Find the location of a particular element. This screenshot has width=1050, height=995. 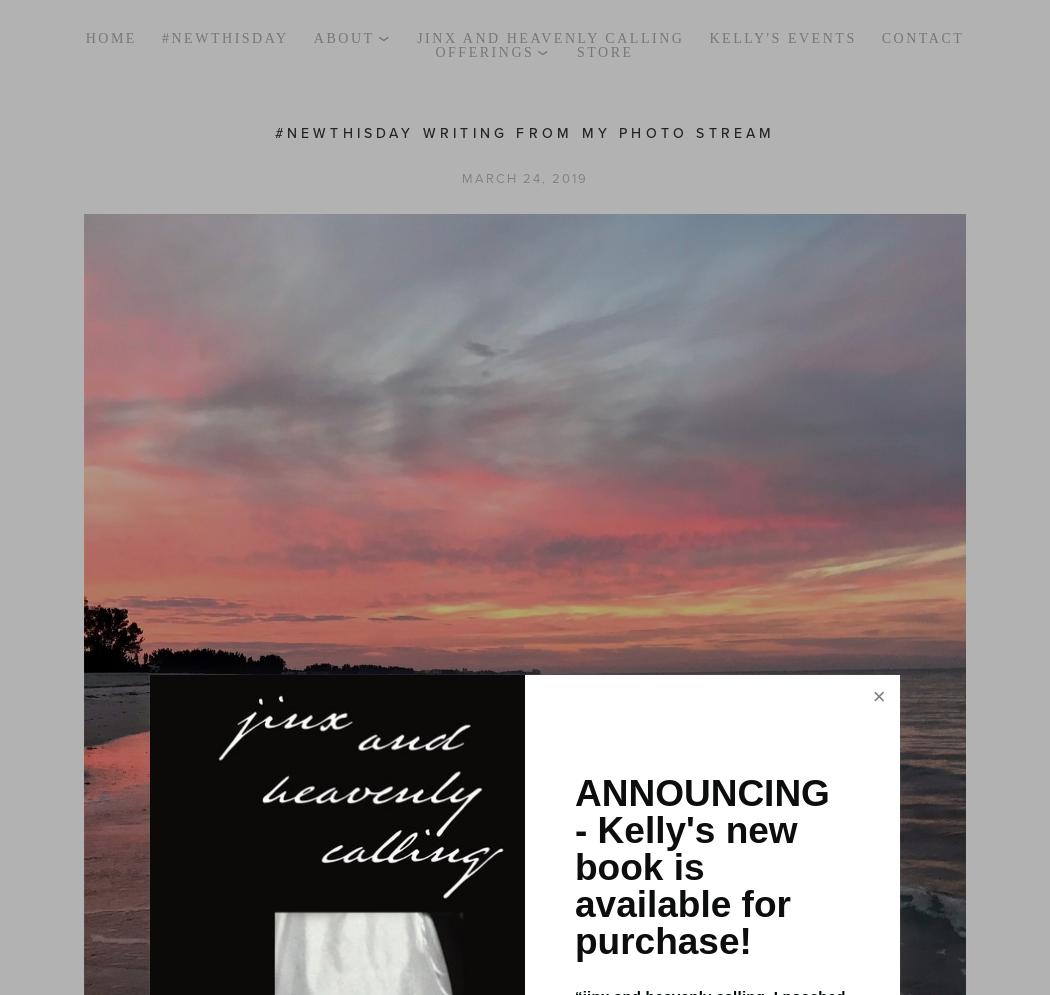

'AFA Fall 2023 6 Week Webinar' is located at coordinates (577, 260).